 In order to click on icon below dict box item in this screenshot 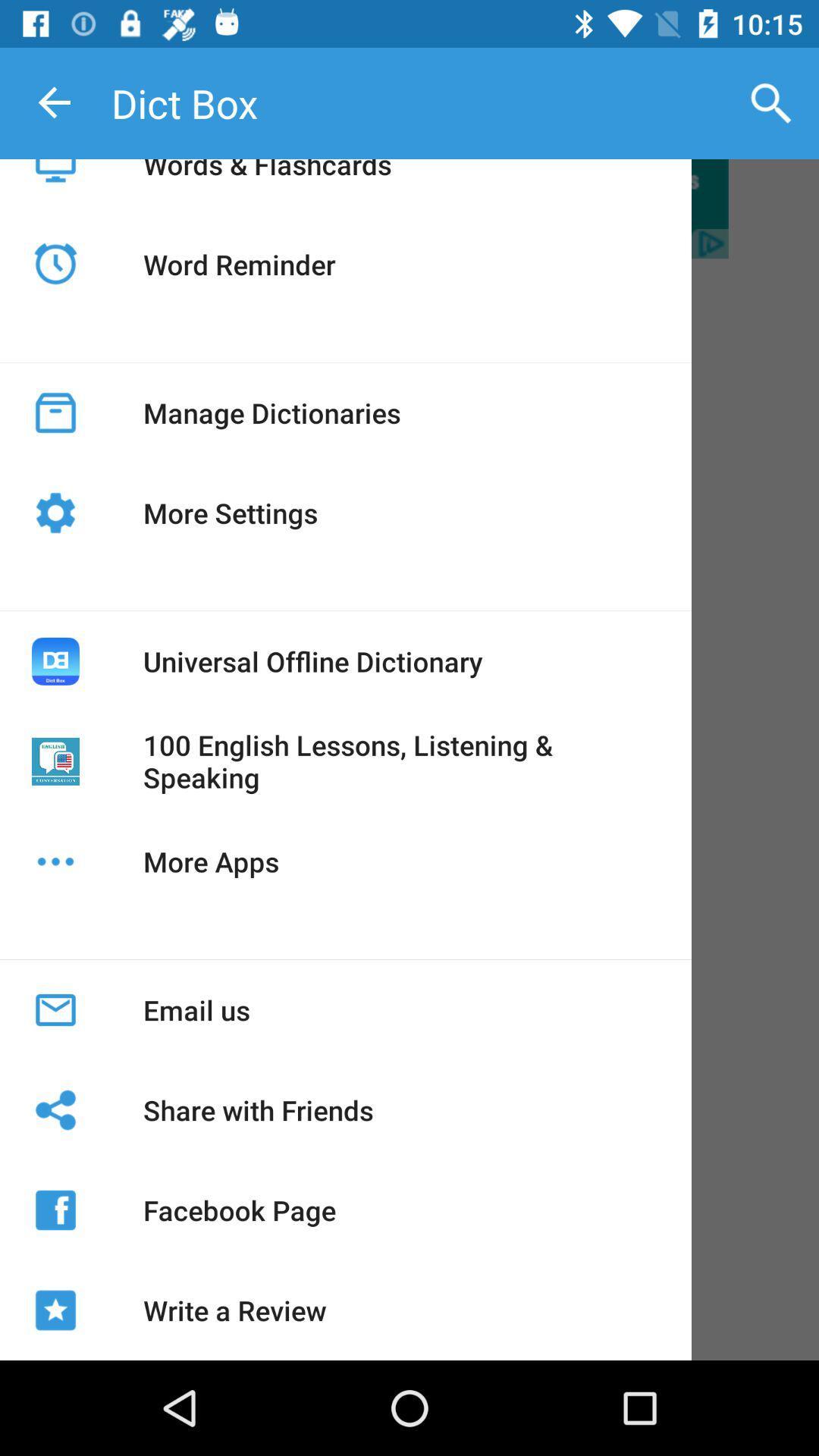, I will do `click(266, 181)`.